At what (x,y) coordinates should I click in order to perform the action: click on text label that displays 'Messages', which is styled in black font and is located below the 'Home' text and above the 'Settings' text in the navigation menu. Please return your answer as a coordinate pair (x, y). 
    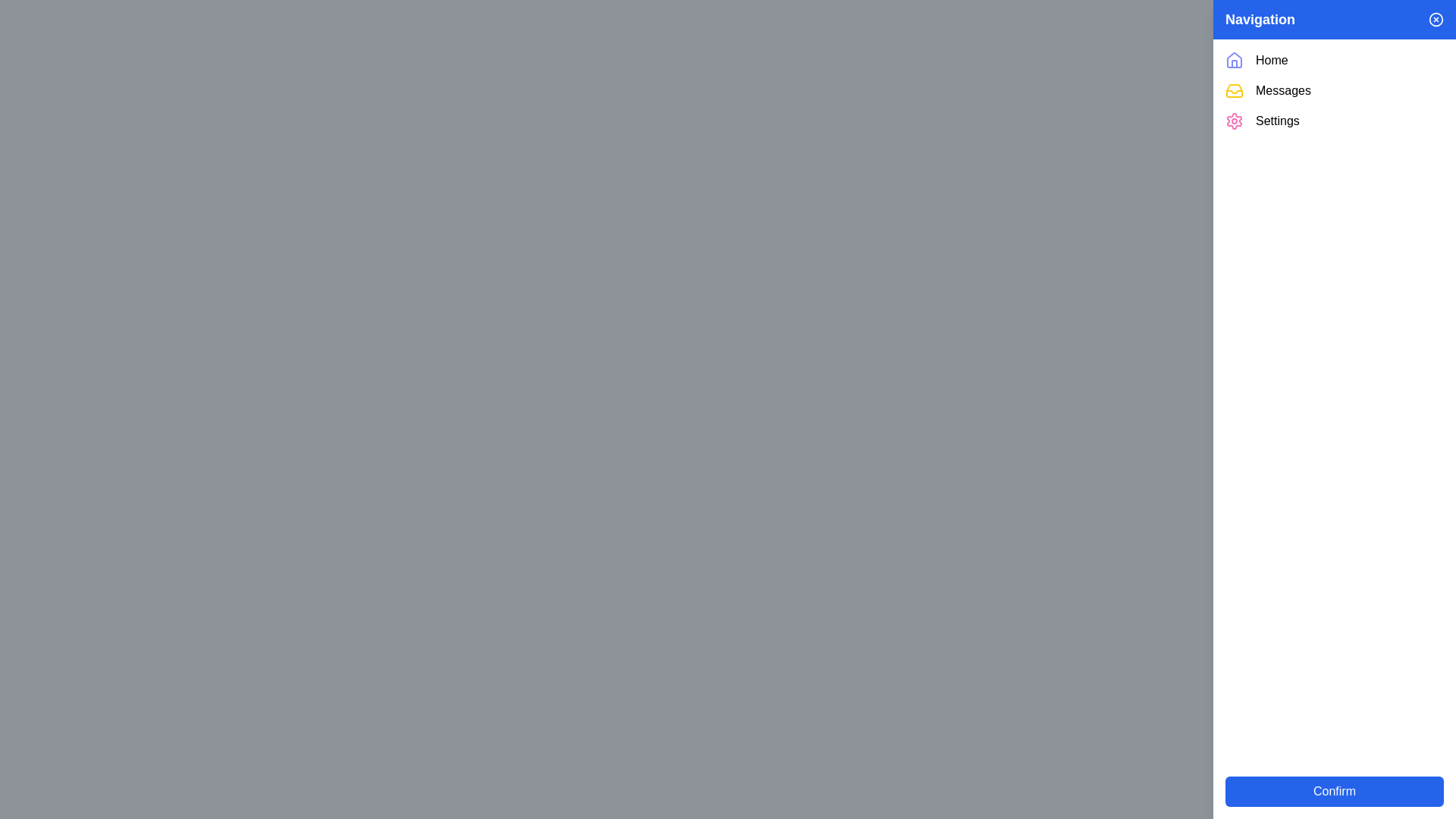
    Looking at the image, I should click on (1282, 90).